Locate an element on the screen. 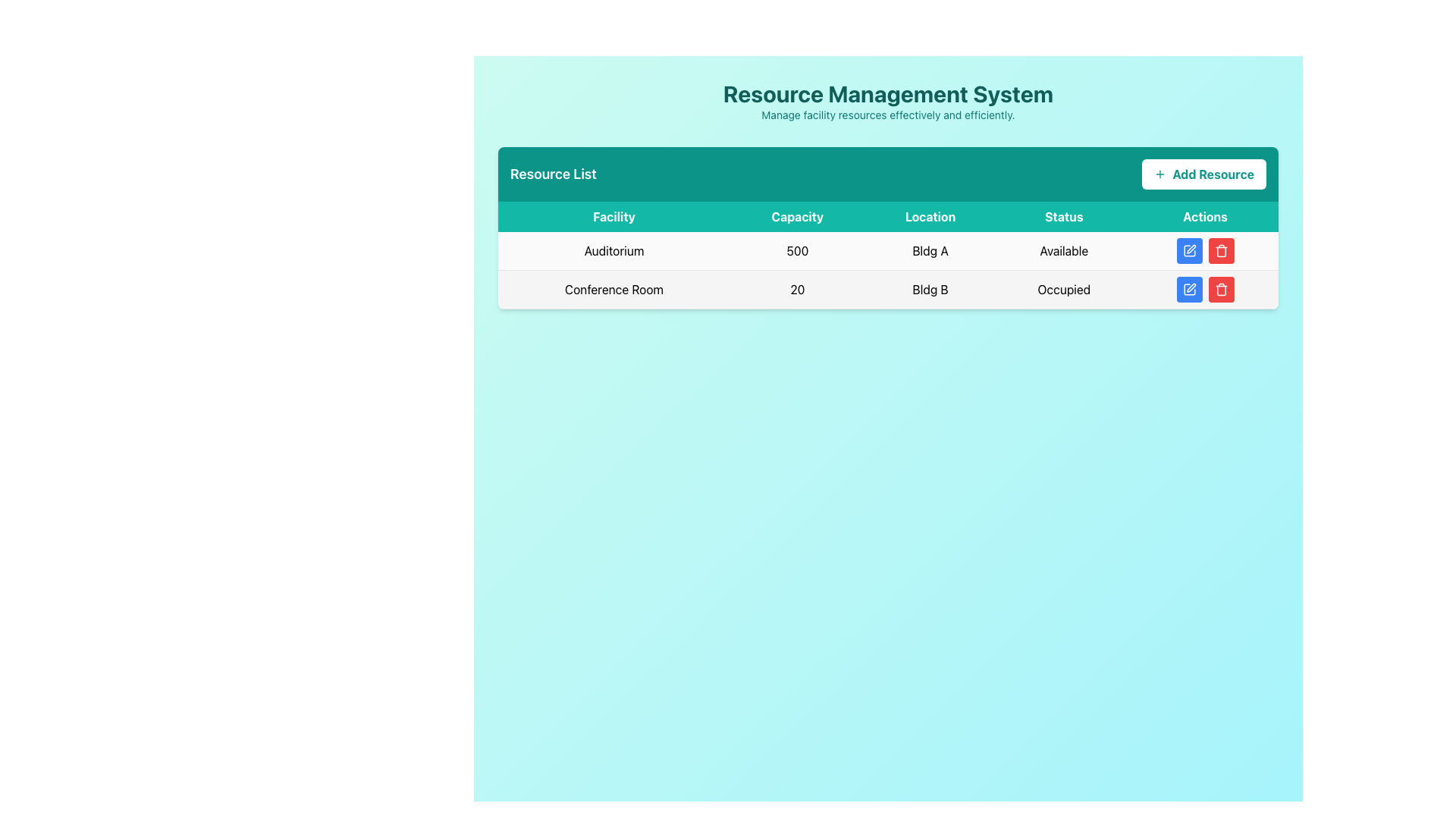 The width and height of the screenshot is (1456, 819). the 'Capacity' column header in the table, which displays bold white text on a teal background and is positioned between 'Facility' and 'Location' is located at coordinates (796, 216).